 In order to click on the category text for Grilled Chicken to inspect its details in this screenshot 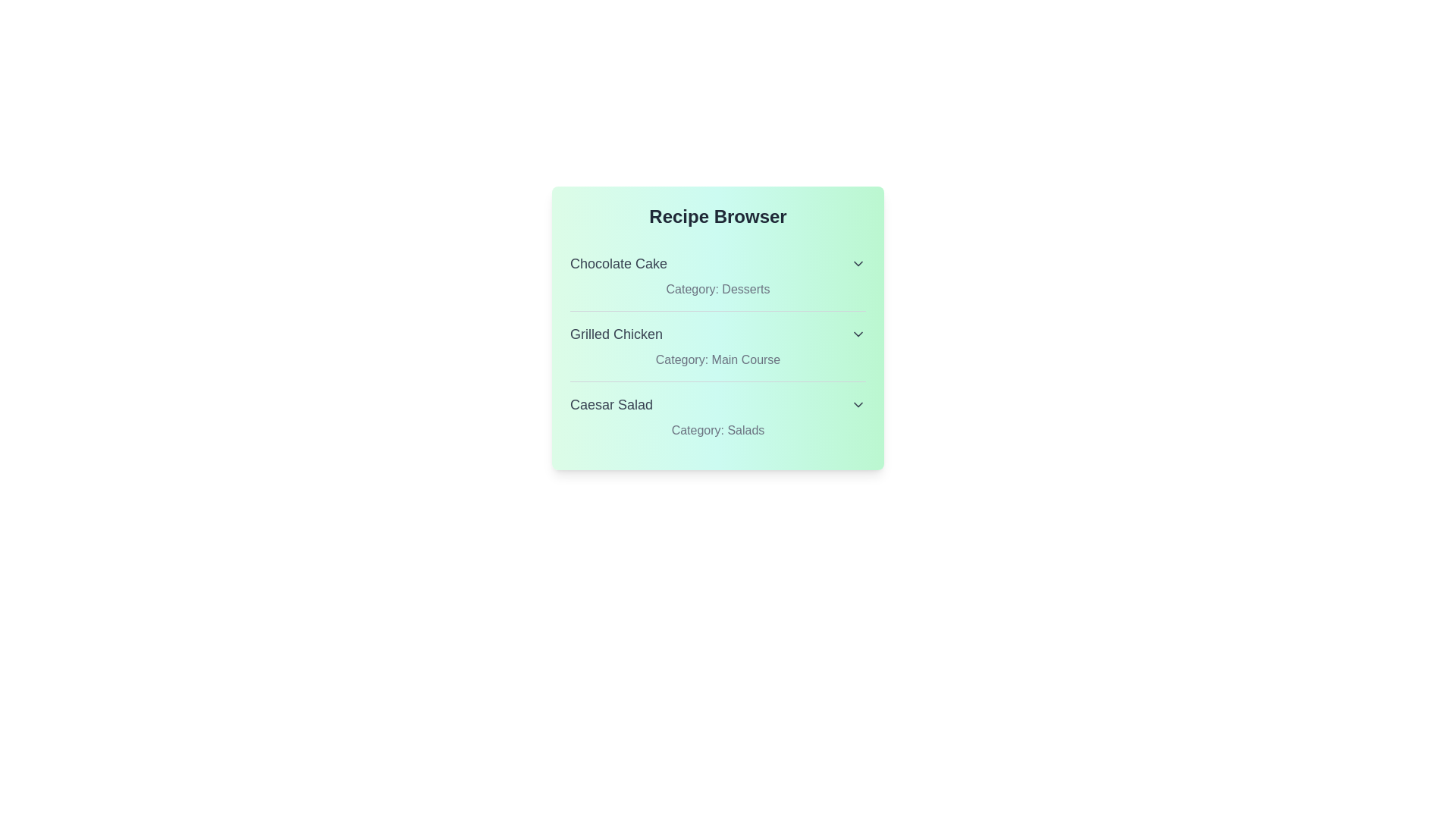, I will do `click(717, 359)`.